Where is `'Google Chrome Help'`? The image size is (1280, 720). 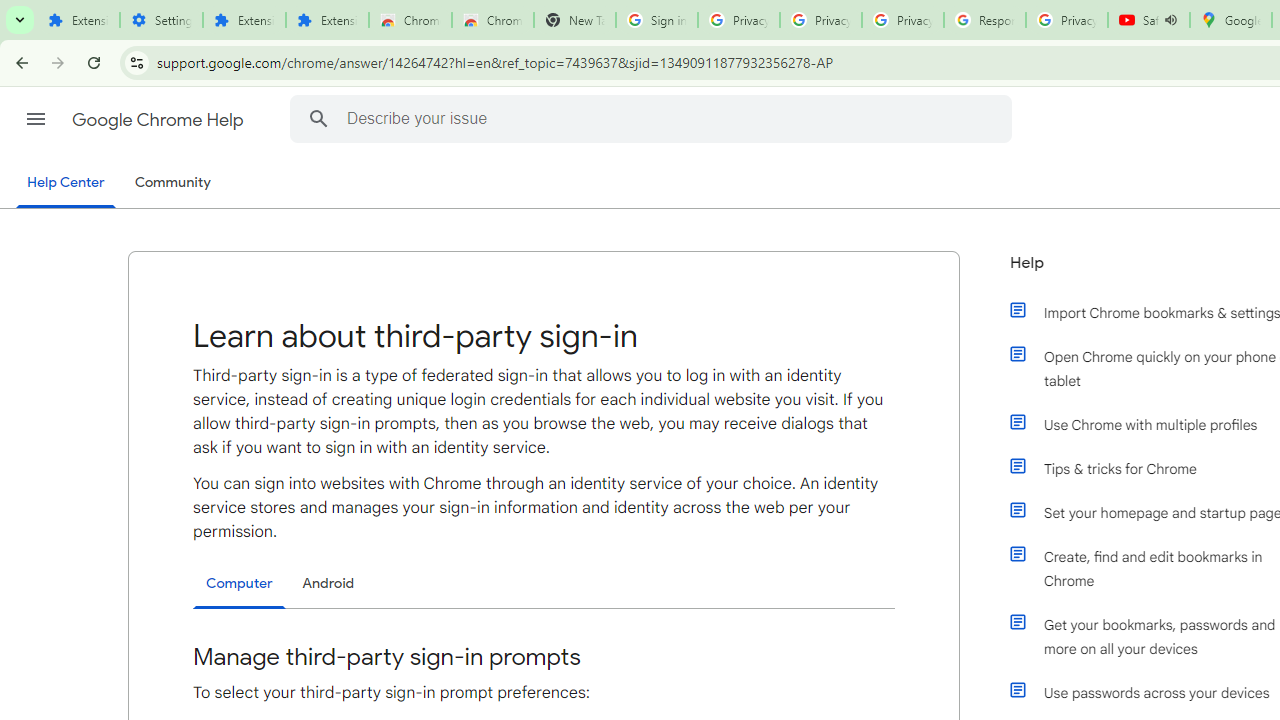
'Google Chrome Help' is located at coordinates (160, 119).